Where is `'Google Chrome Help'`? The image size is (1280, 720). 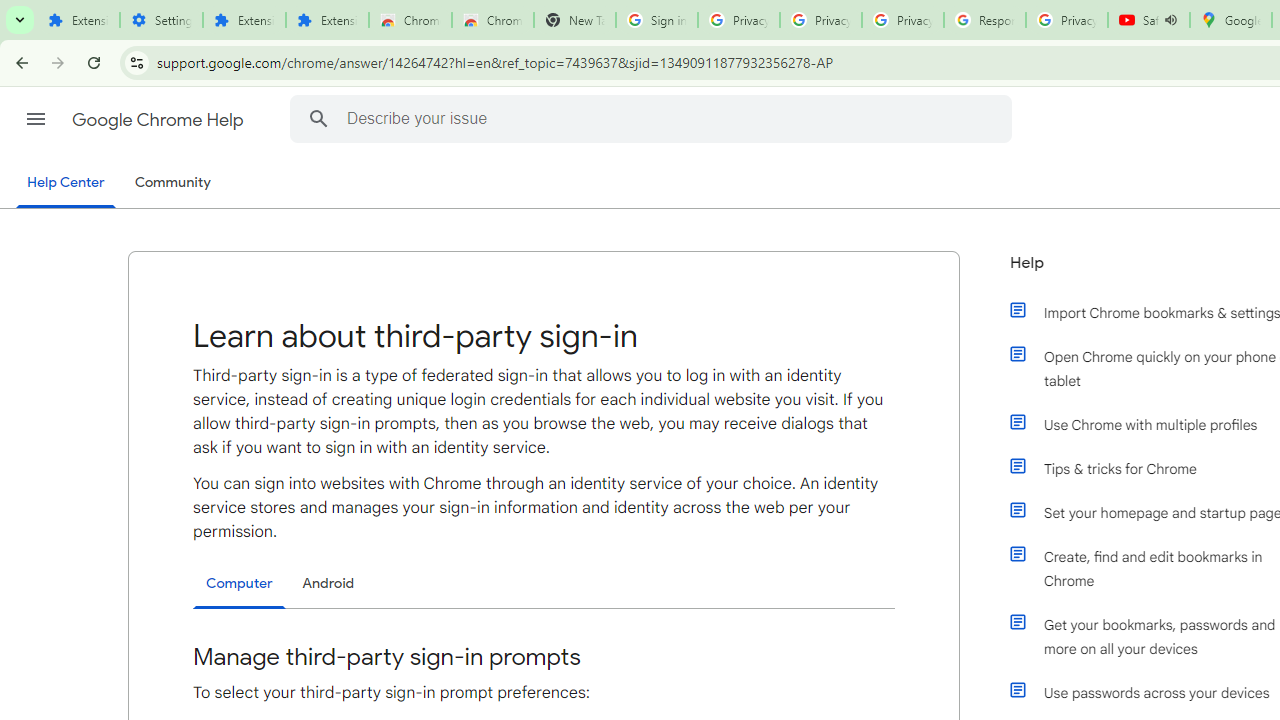
'Google Chrome Help' is located at coordinates (160, 119).